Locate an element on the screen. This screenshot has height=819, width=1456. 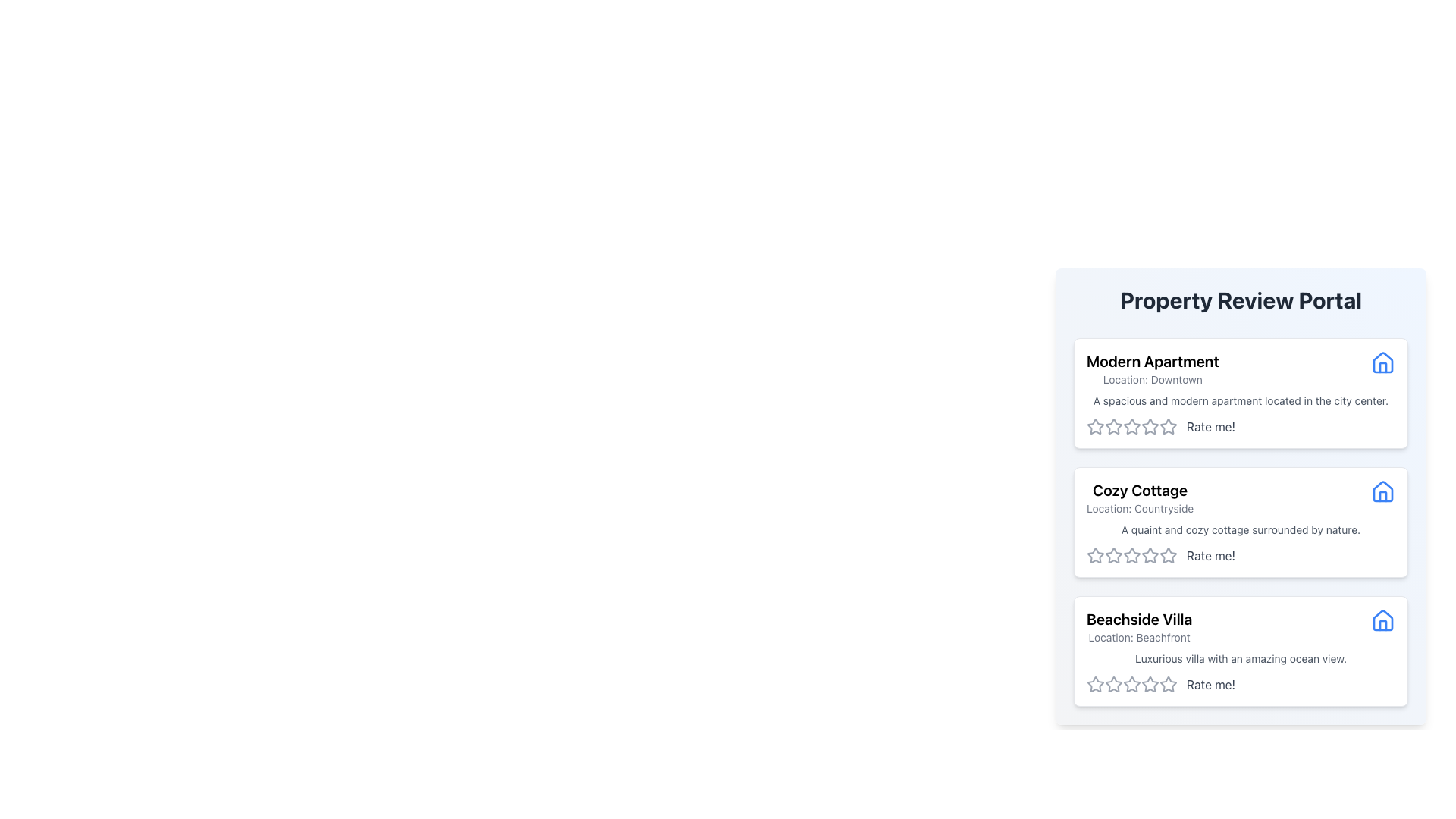
the first star rating icon in the 'Modern Apartment' section of the 'Property Review Portal' is located at coordinates (1095, 426).